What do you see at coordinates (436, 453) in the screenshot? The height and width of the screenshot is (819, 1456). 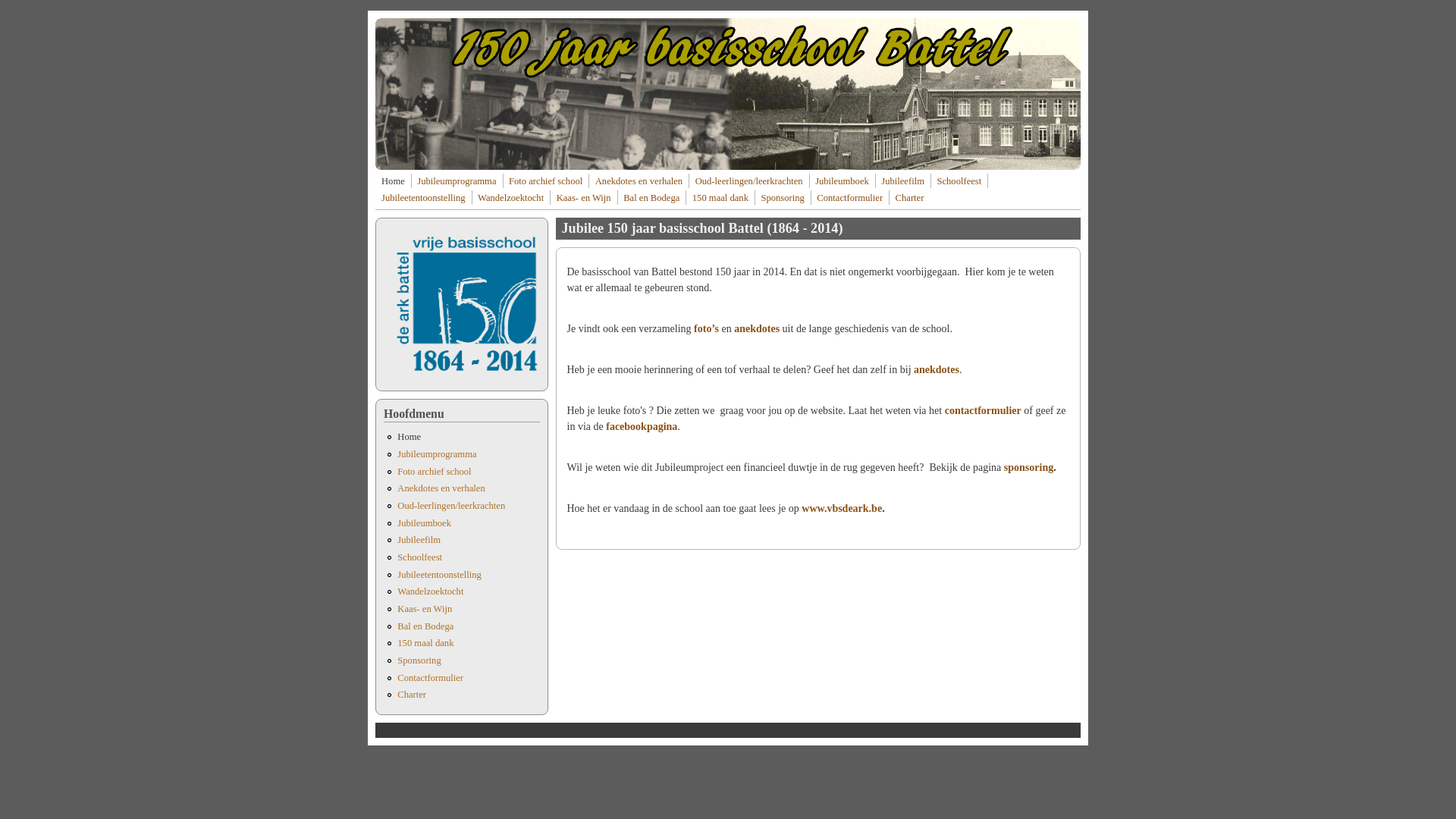 I see `'Jubileumprogramma'` at bounding box center [436, 453].